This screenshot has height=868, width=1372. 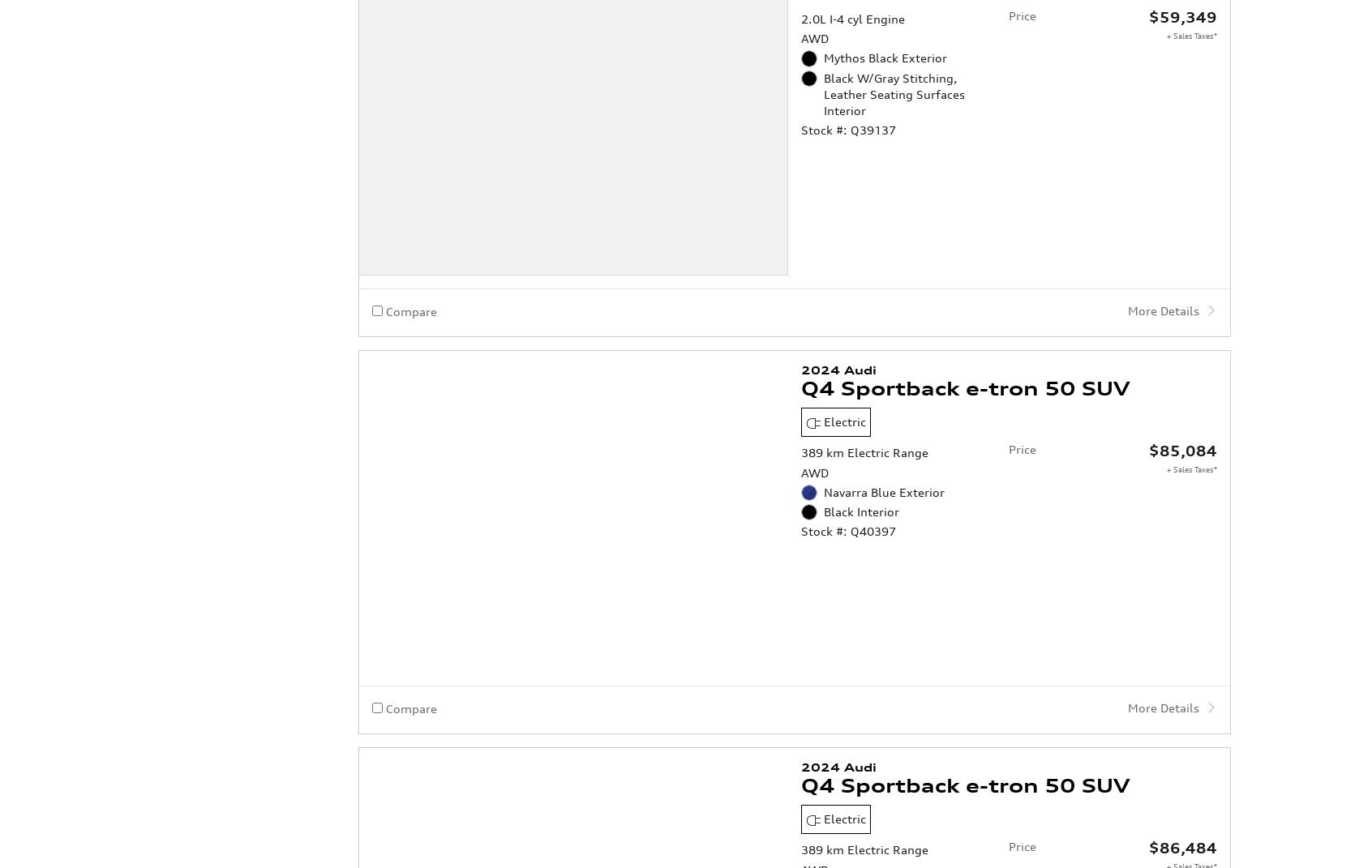 I want to click on 'Black W/Gray Stitching, Leather Seating Surfaces Interior', so click(x=894, y=28).